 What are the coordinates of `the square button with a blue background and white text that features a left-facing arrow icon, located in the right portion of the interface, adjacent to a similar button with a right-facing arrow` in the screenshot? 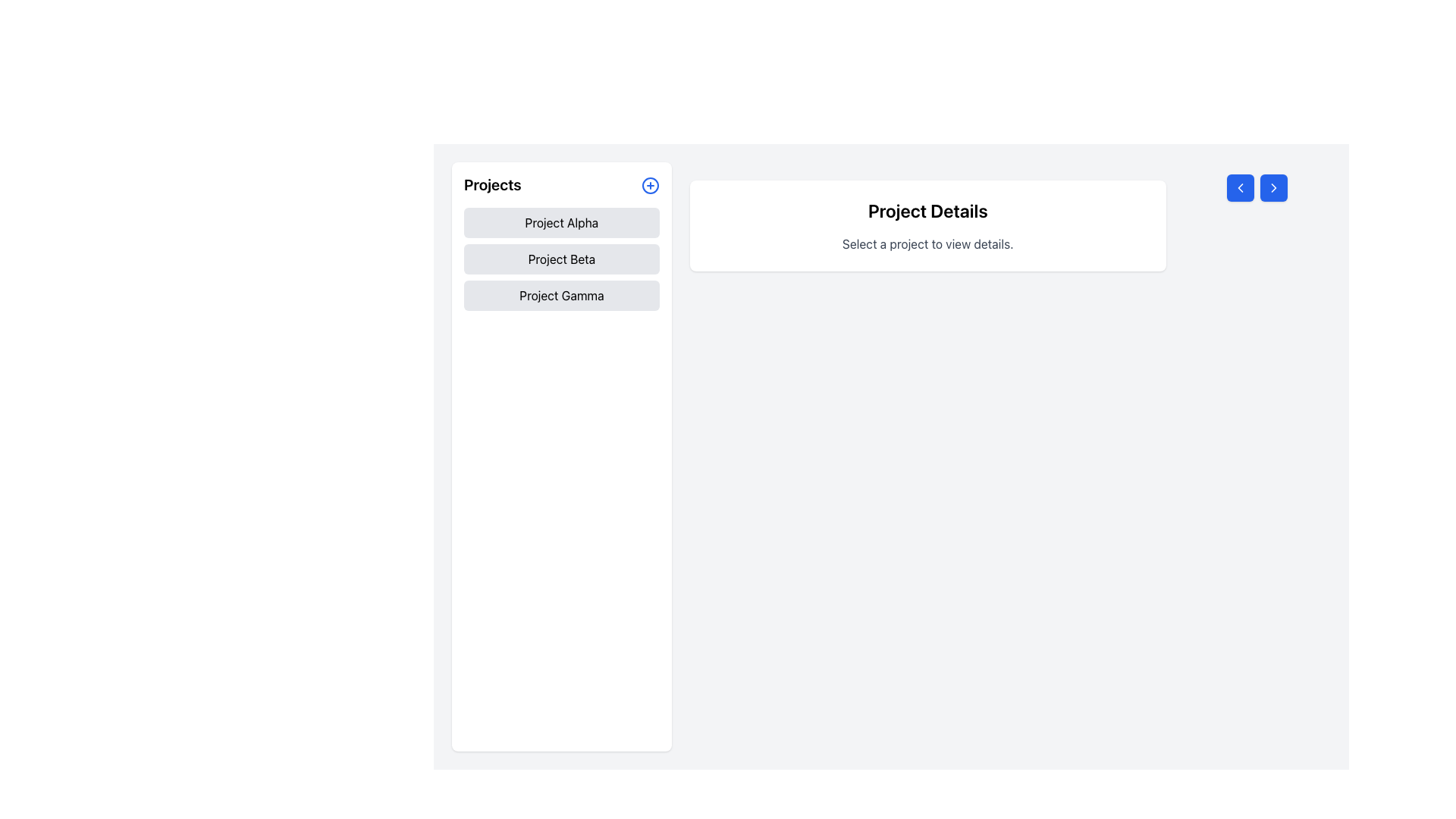 It's located at (1241, 187).